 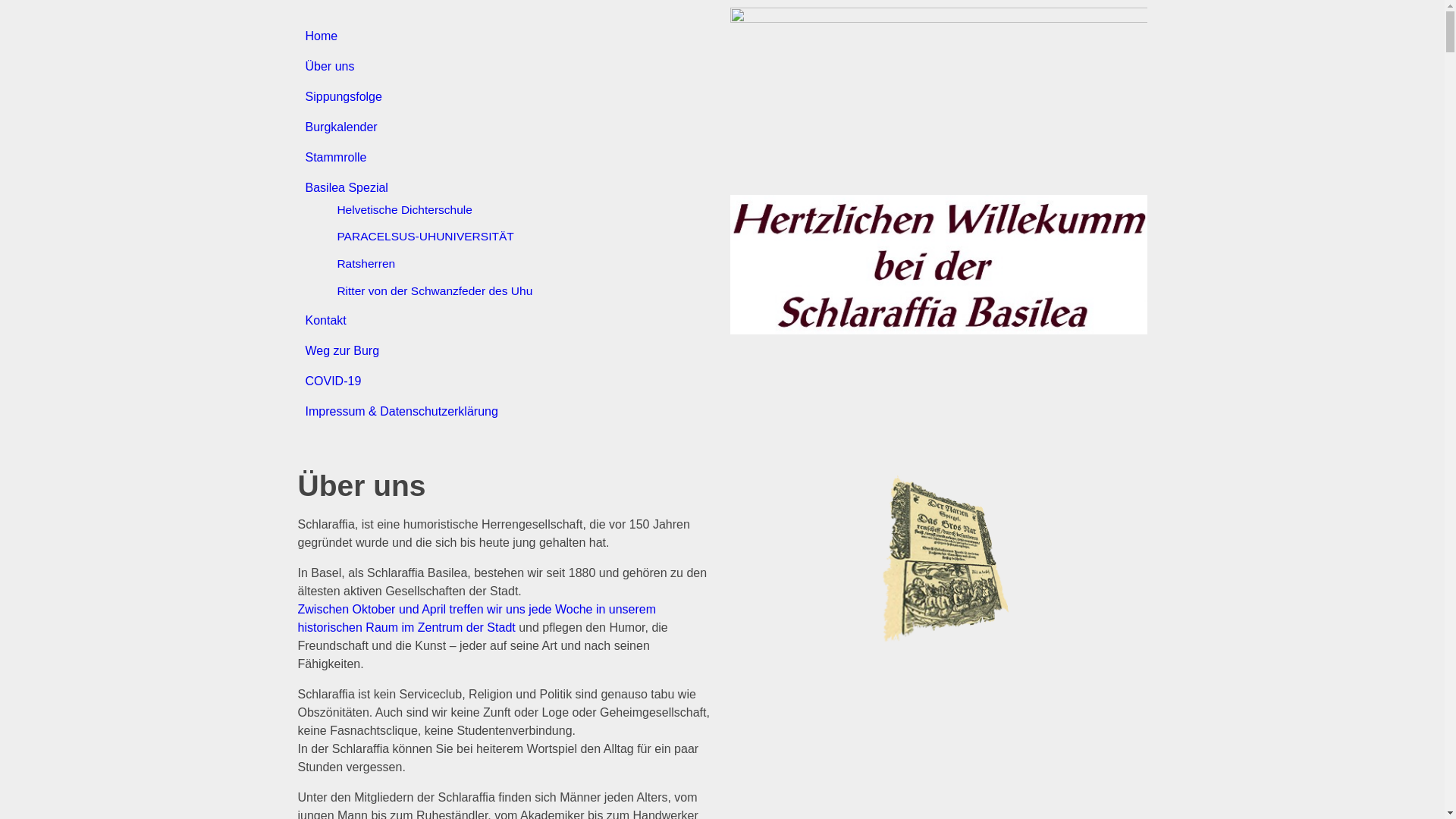 I want to click on 'Kontakt', so click(x=324, y=319).